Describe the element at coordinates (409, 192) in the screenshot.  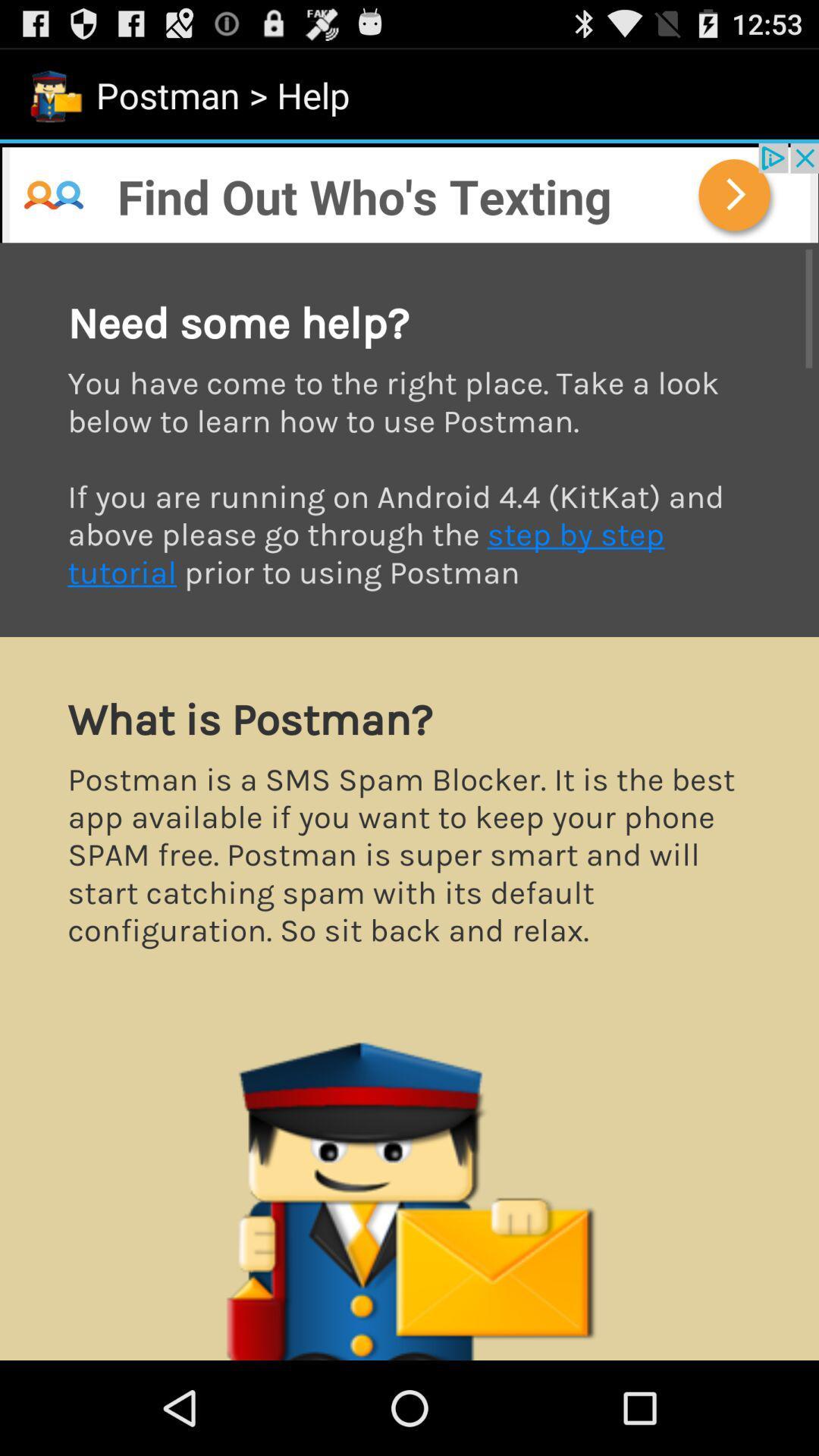
I see `advertisement` at that location.